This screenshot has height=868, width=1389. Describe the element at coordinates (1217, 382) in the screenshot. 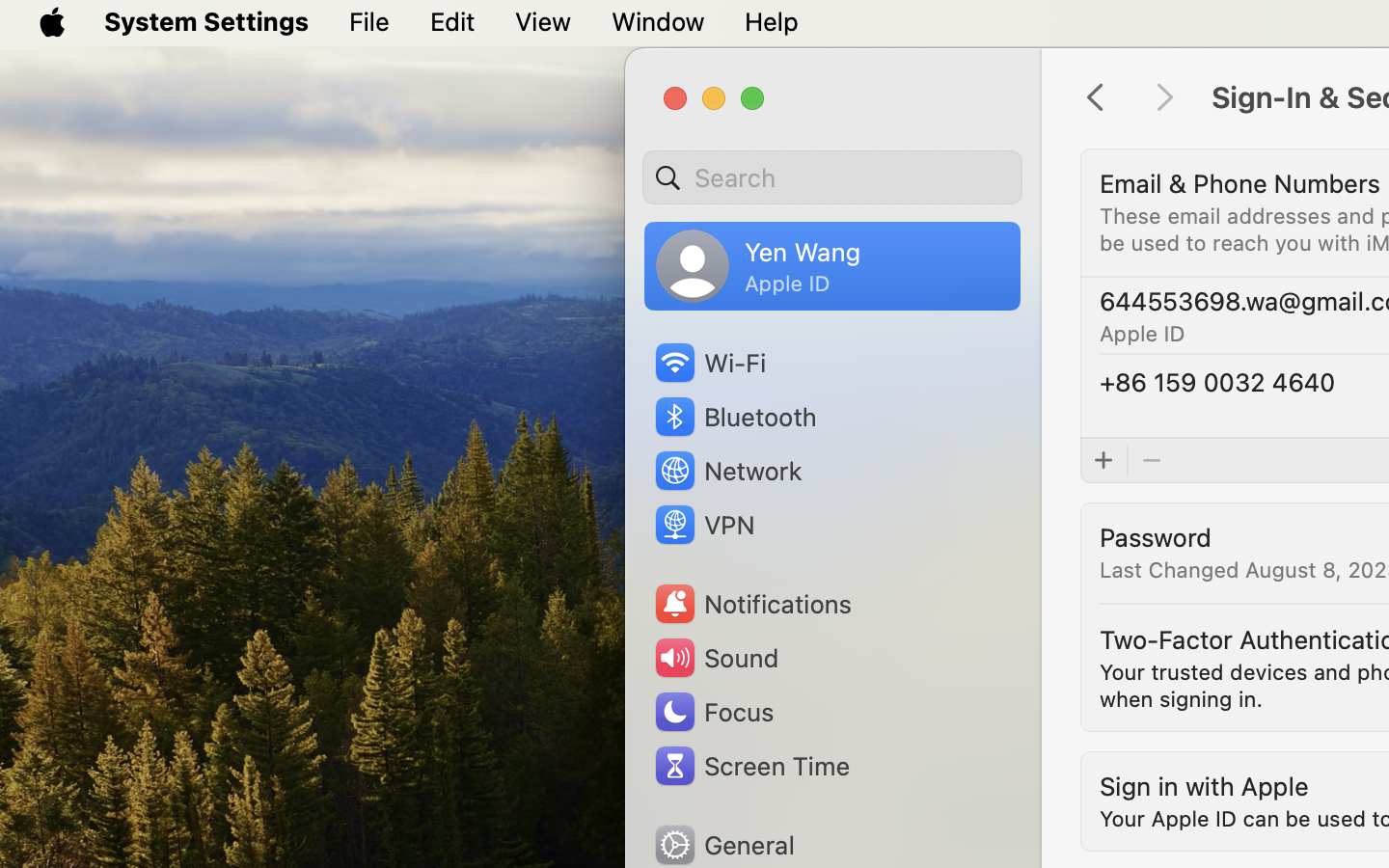

I see `'+86 159 0032 4640'` at that location.